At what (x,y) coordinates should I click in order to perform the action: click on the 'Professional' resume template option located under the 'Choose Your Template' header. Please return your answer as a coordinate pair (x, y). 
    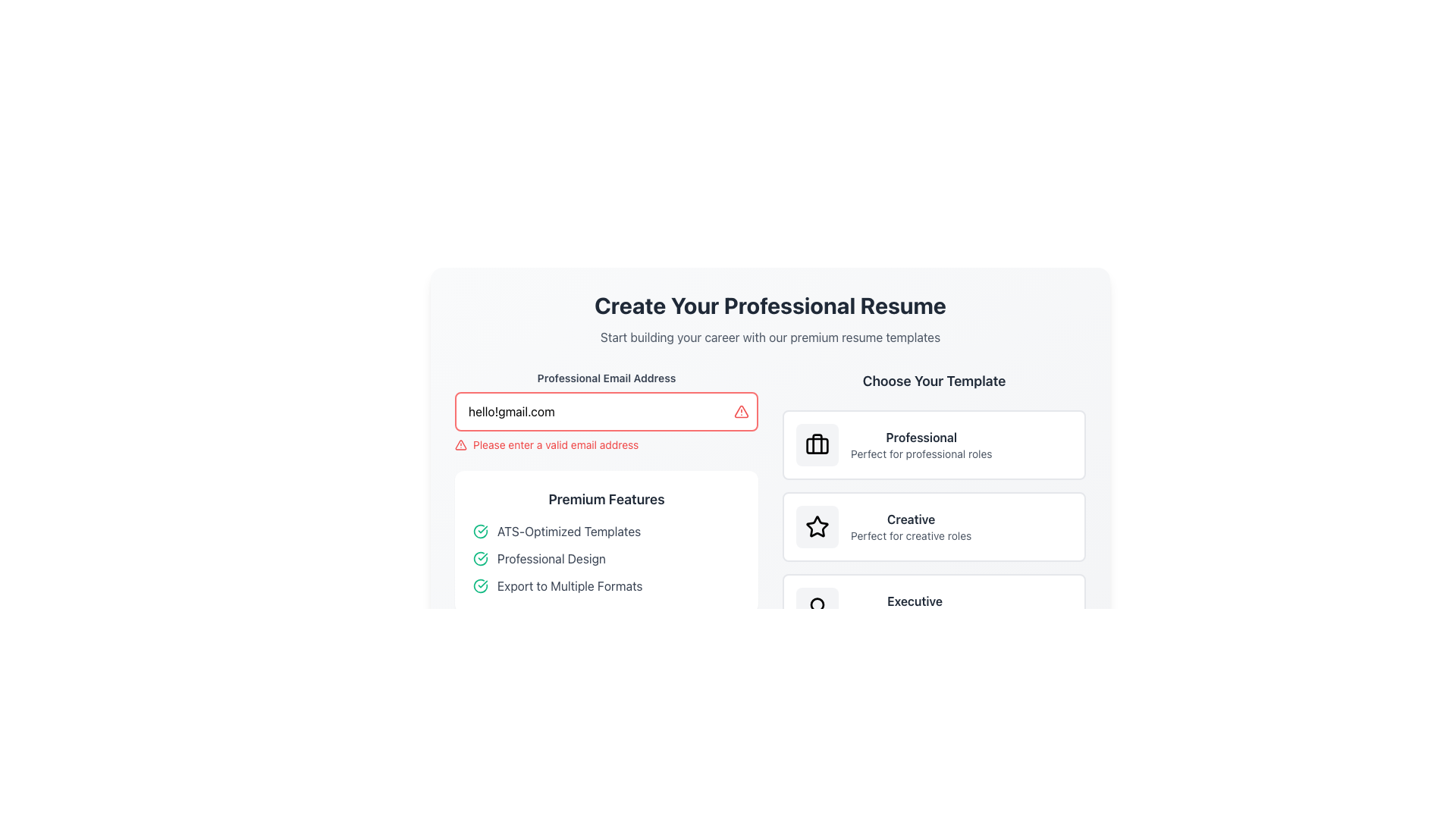
    Looking at the image, I should click on (921, 444).